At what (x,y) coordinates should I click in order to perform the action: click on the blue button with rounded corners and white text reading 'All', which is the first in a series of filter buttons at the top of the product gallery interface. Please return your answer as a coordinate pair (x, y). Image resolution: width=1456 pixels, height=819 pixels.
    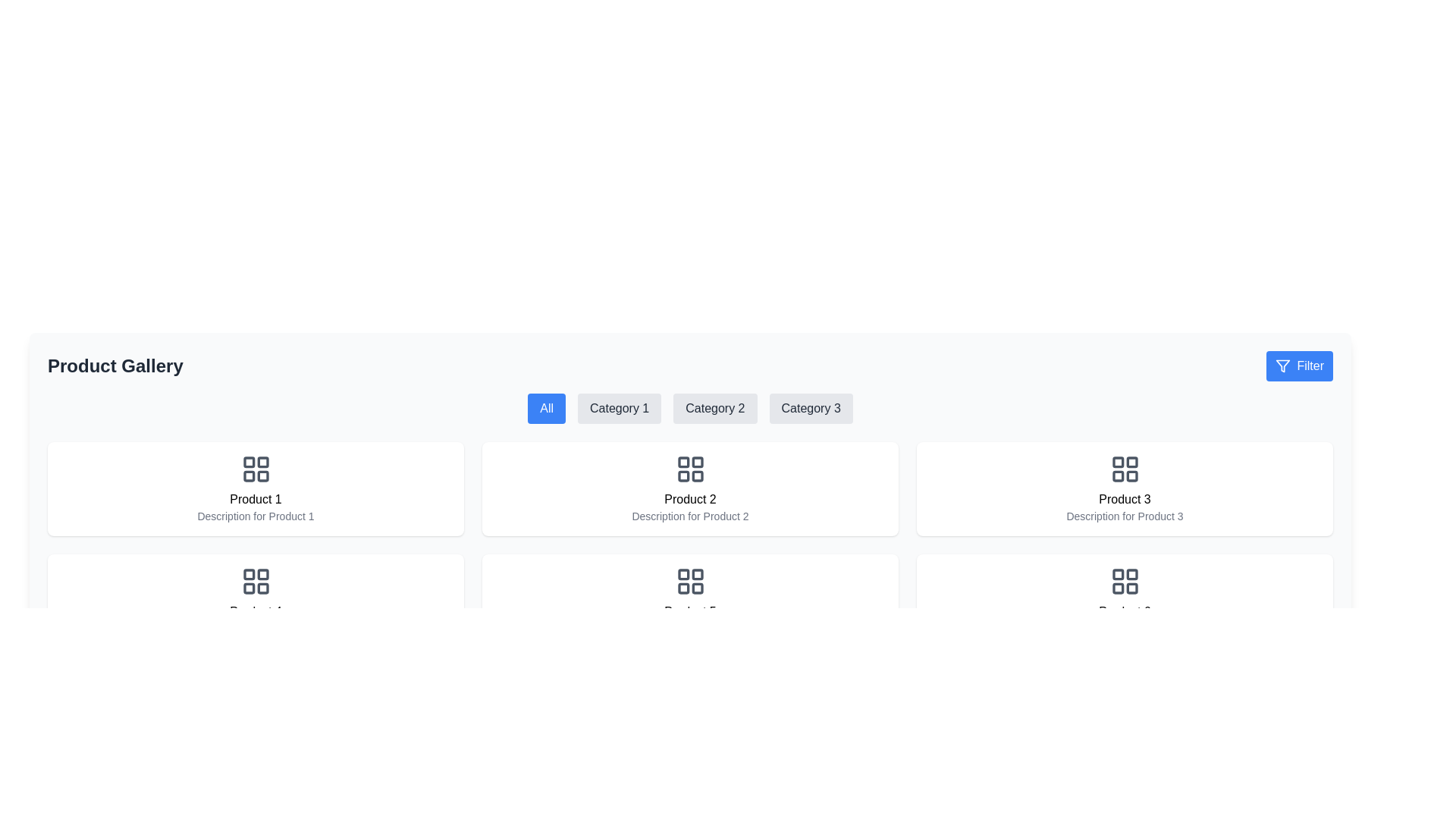
    Looking at the image, I should click on (546, 408).